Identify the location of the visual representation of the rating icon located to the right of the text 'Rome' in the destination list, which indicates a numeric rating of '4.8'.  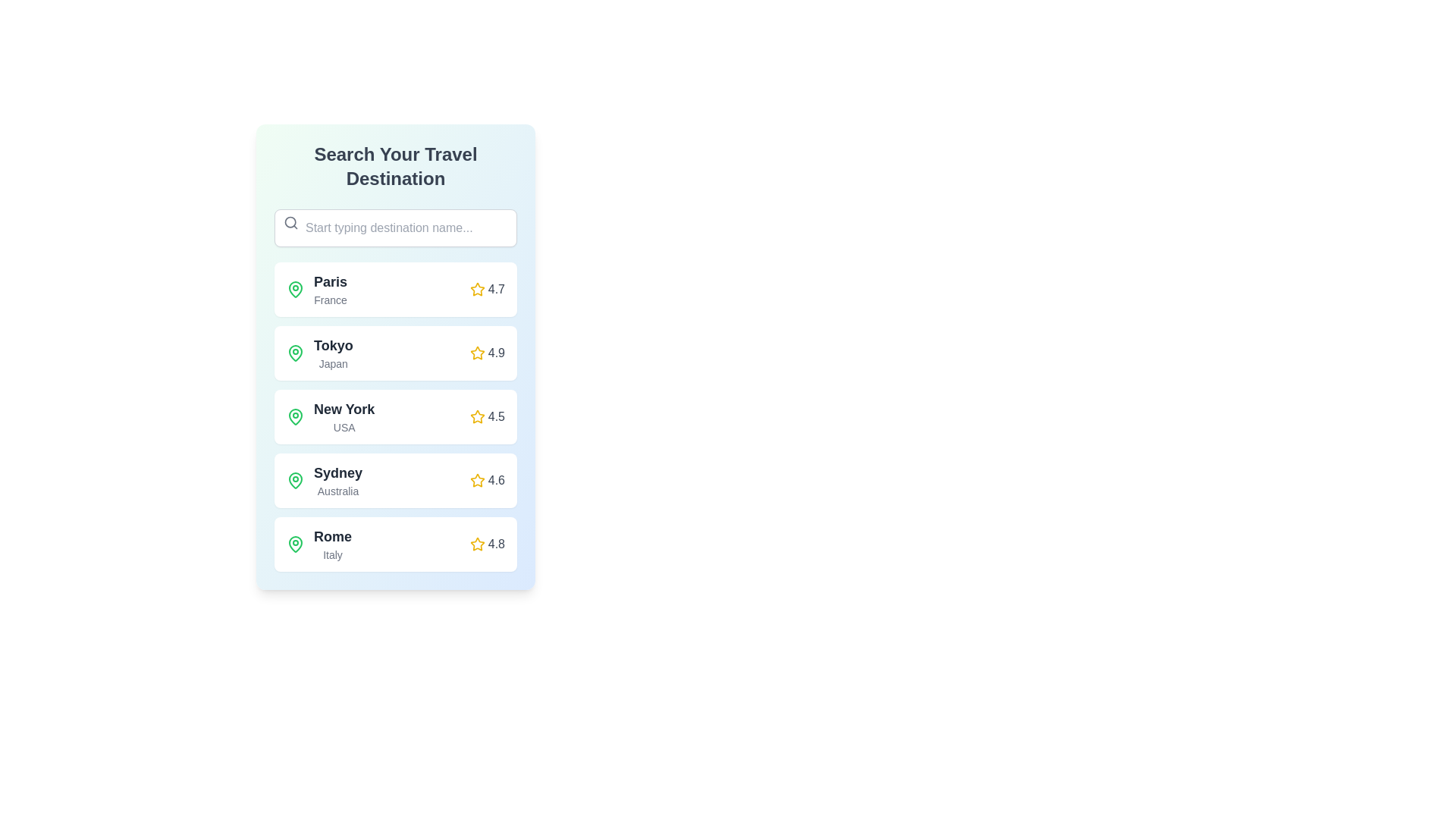
(476, 543).